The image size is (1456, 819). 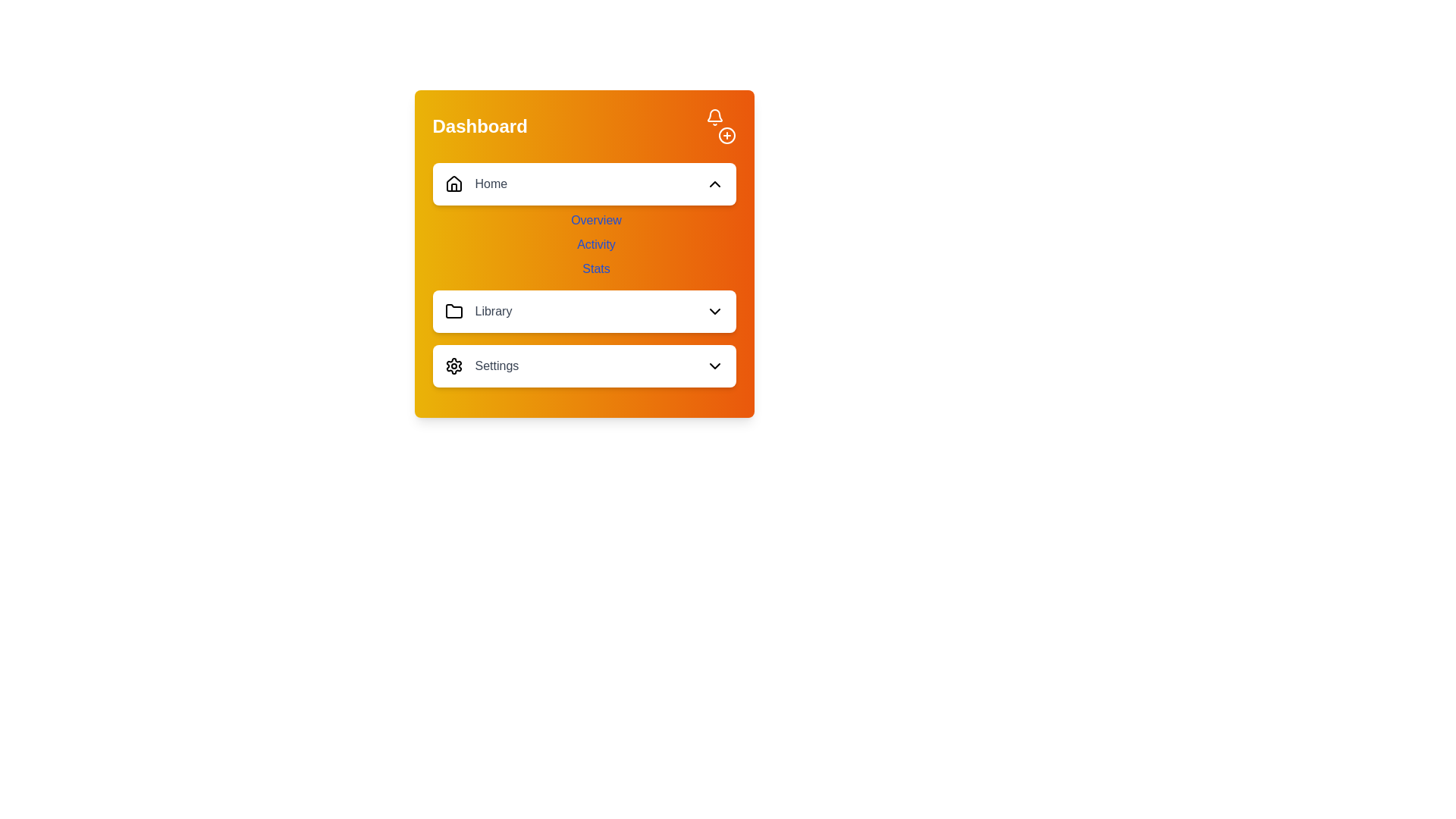 I want to click on the door icon of the house SVG, which is a central vertical section of the house structure, so click(x=453, y=187).